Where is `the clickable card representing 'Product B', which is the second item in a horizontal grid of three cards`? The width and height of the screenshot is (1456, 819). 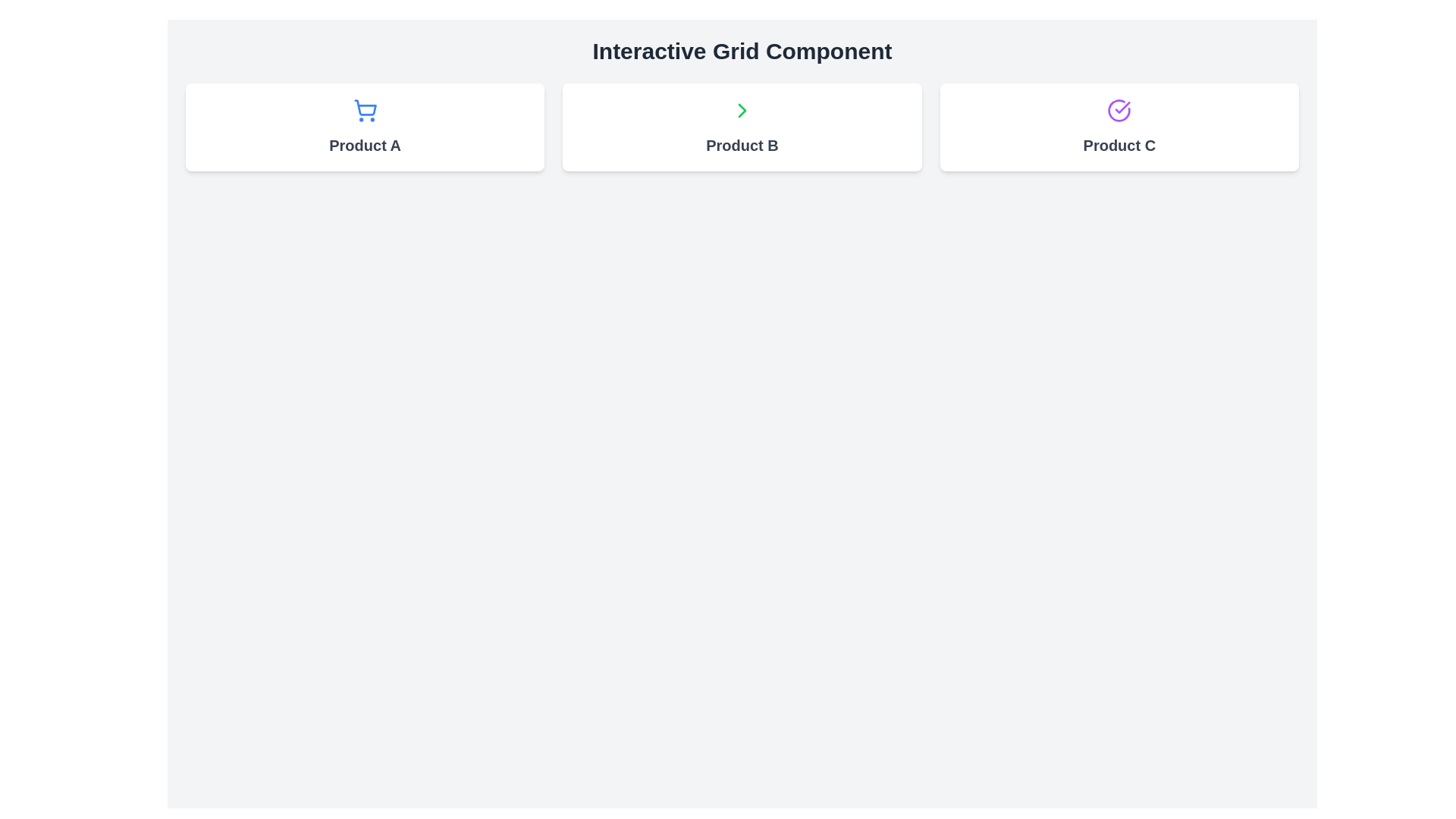 the clickable card representing 'Product B', which is the second item in a horizontal grid of three cards is located at coordinates (742, 127).